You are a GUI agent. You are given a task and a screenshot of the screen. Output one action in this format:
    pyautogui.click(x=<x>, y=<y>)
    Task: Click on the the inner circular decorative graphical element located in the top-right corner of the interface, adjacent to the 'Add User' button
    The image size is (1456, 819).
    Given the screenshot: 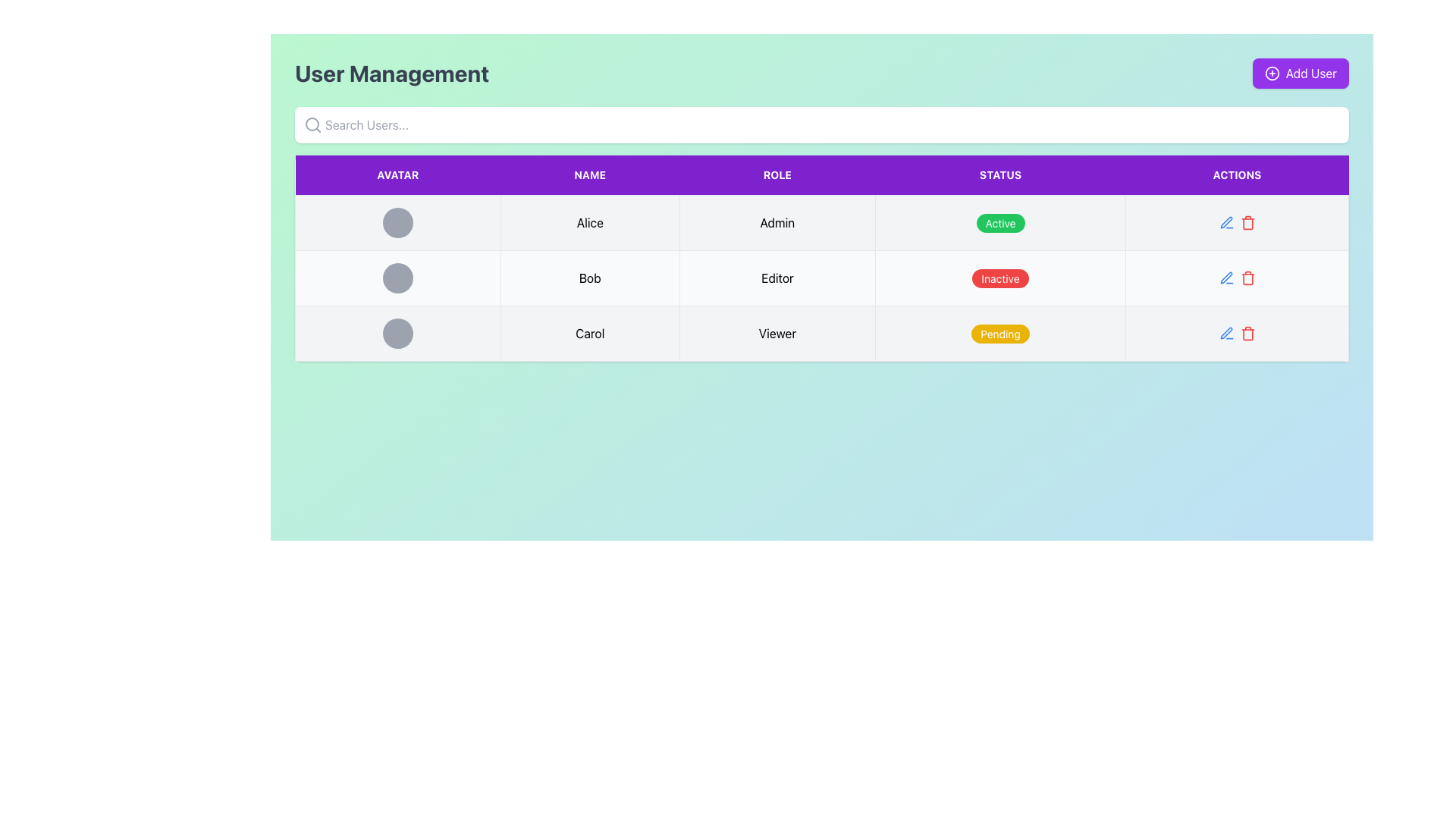 What is the action you would take?
    pyautogui.click(x=1272, y=73)
    